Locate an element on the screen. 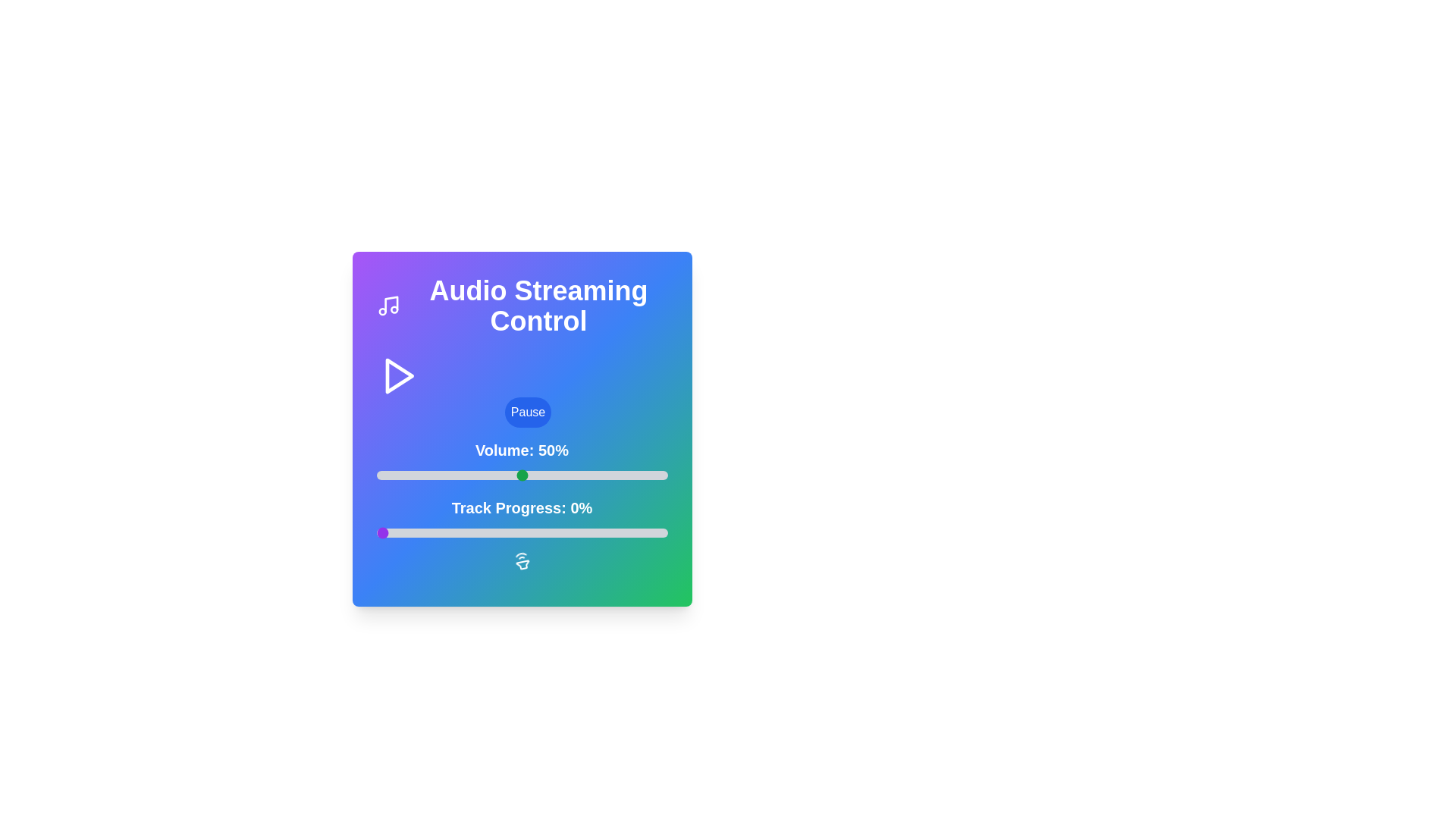 The width and height of the screenshot is (1456, 819). the track progress to 48% by interacting with the slider is located at coordinates (516, 532).